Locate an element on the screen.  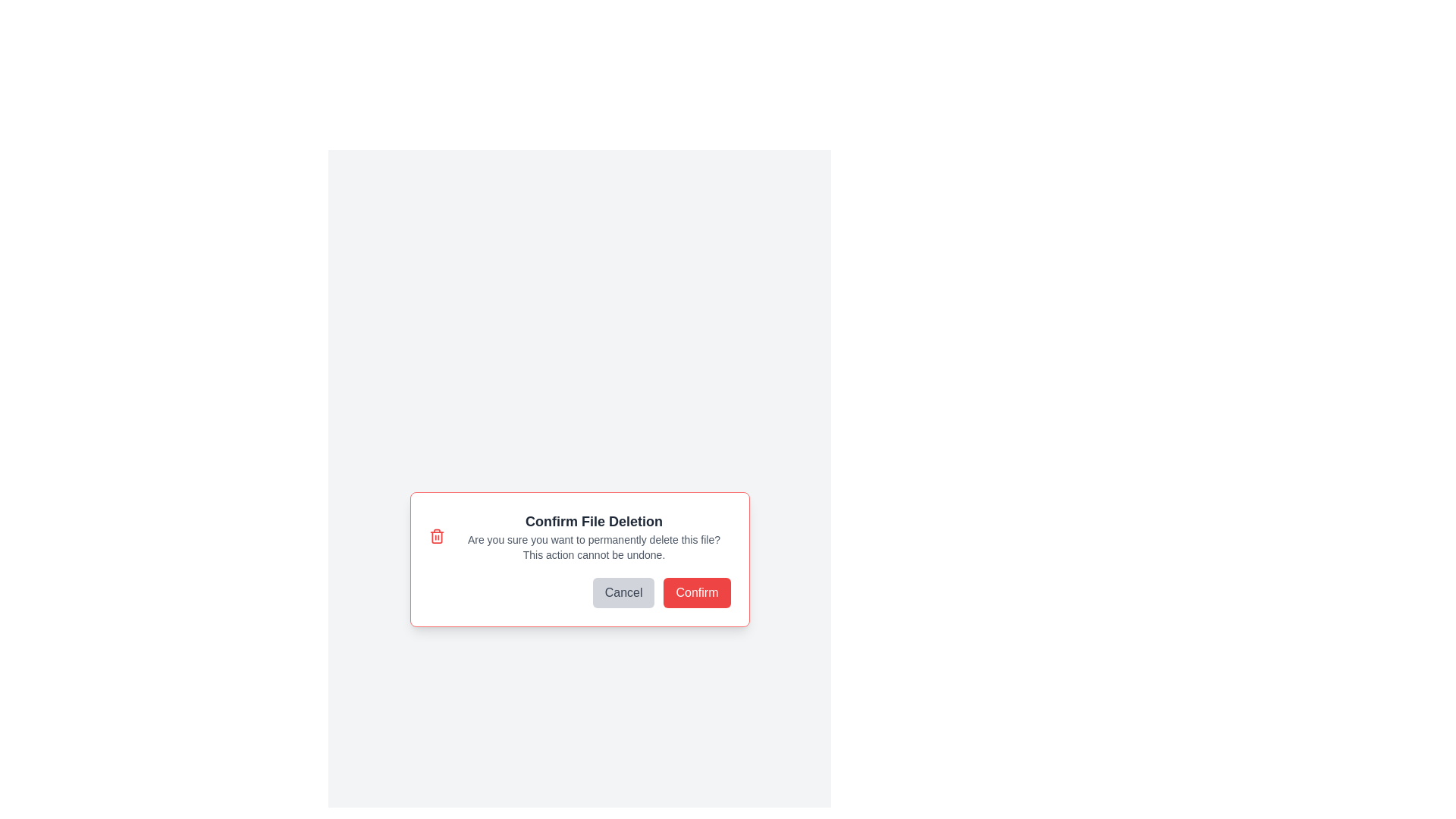
warning text located directly below the 'Confirm File Deletion' text in the modal dialog box, which informs the user about the consequences of deleting a file permanently is located at coordinates (593, 547).